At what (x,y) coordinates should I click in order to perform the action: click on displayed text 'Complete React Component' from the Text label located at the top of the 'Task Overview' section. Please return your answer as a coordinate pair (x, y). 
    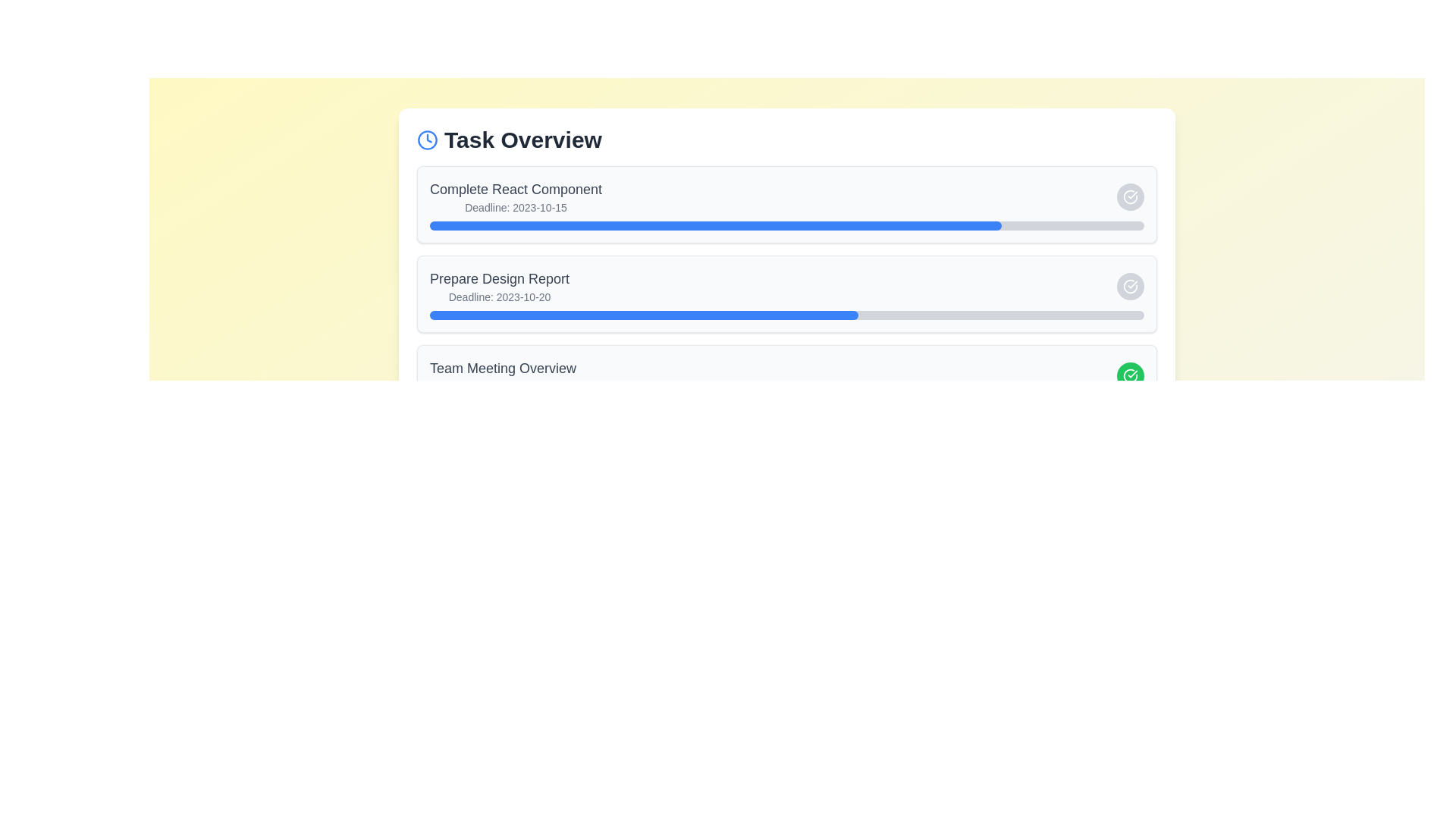
    Looking at the image, I should click on (516, 196).